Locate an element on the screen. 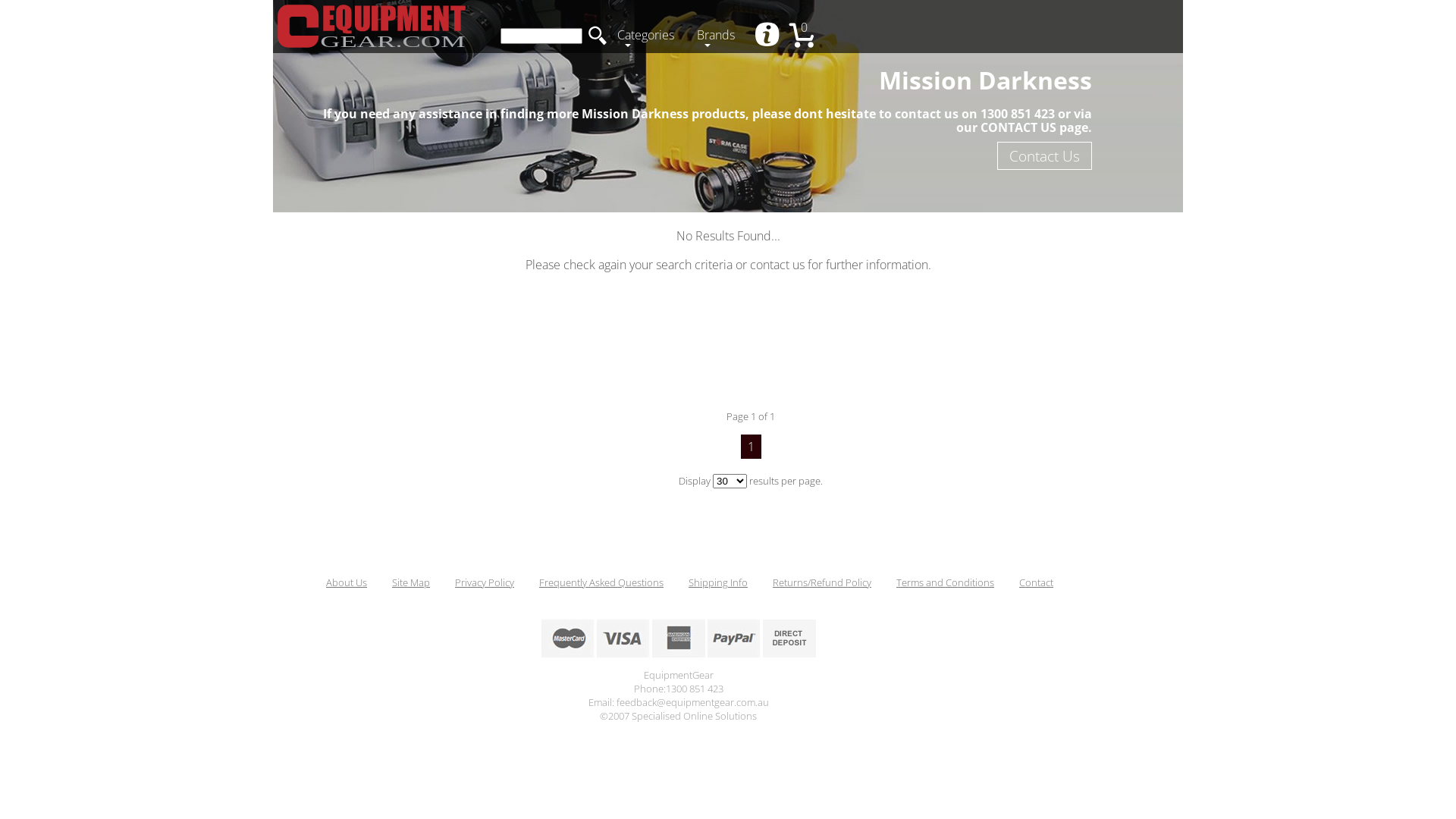  'About Us' is located at coordinates (768, 35).